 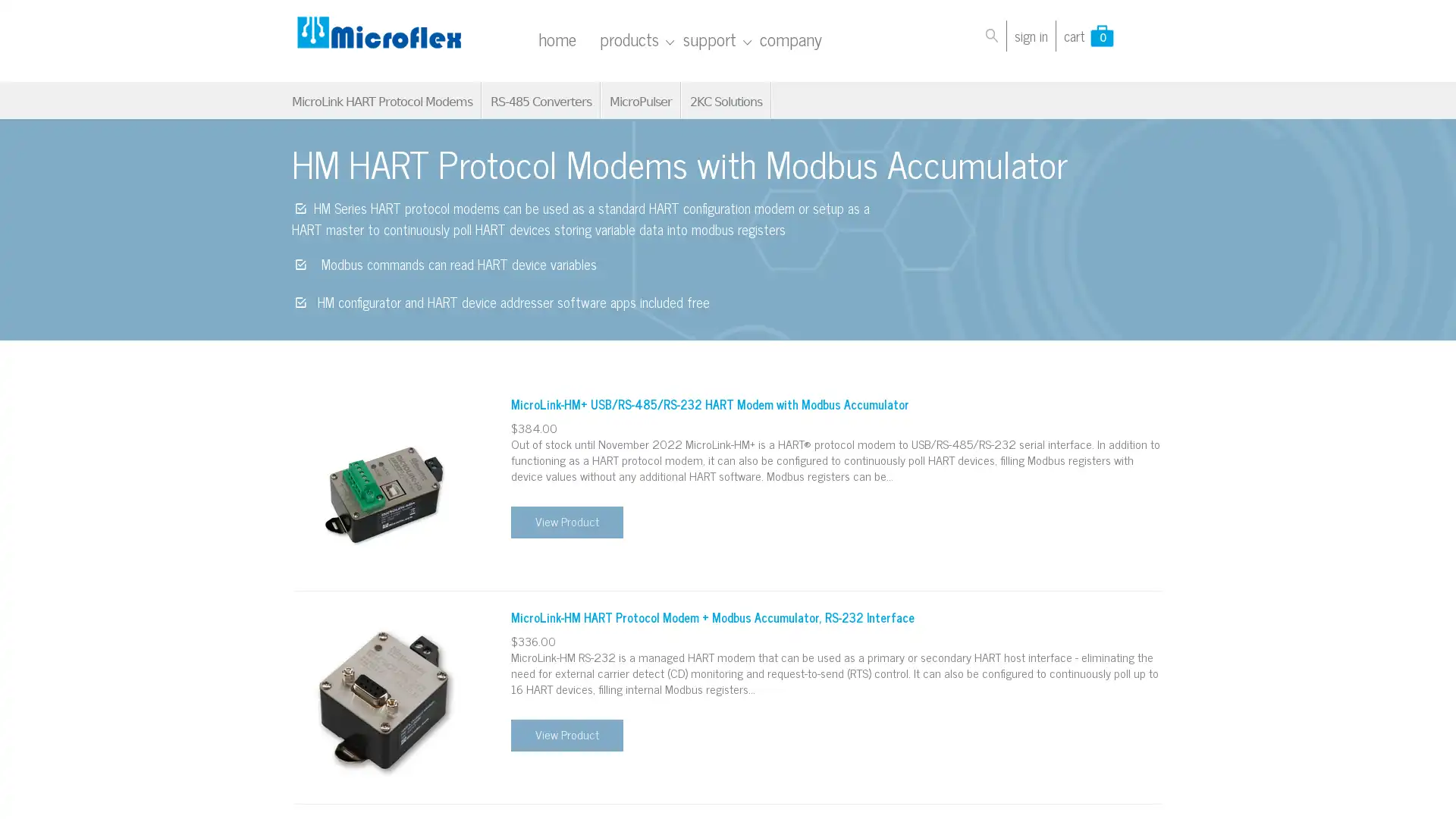 I want to click on View Product, so click(x=566, y=734).